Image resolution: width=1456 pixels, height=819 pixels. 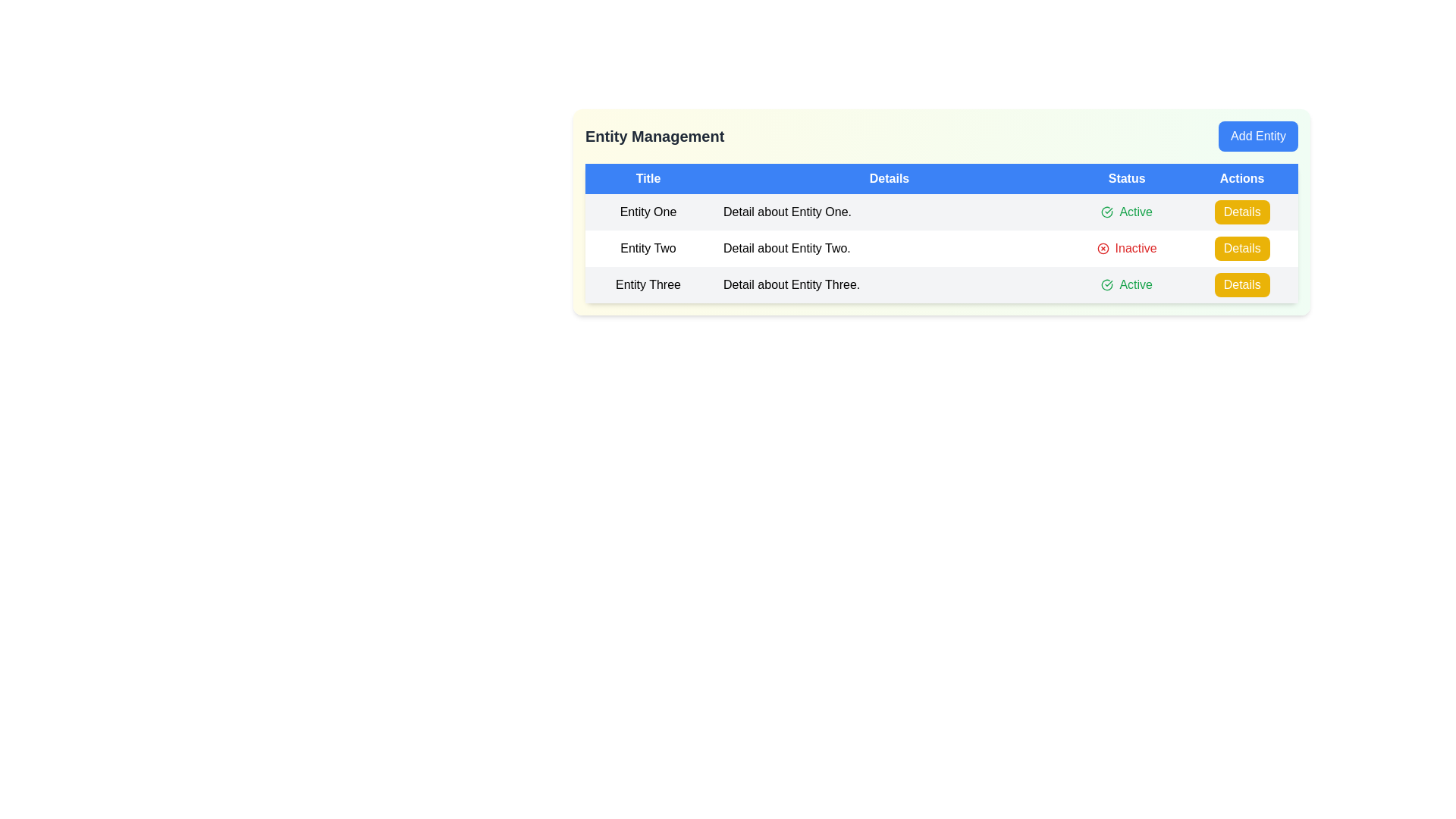 What do you see at coordinates (1258, 136) in the screenshot?
I see `the 'Add New Entity' button located in the top-right corner of the 'Entity Management' section to change its shade of blue` at bounding box center [1258, 136].